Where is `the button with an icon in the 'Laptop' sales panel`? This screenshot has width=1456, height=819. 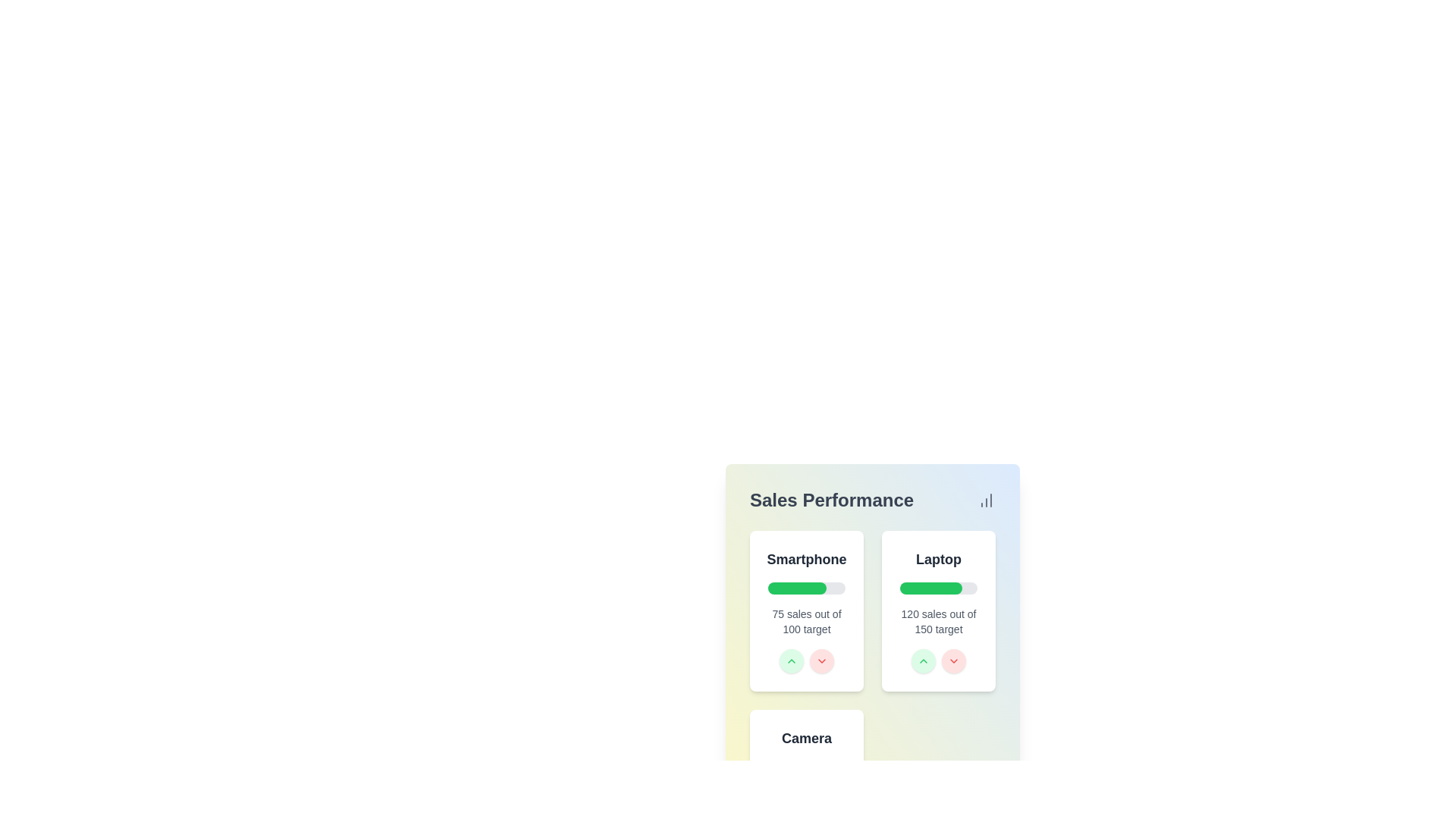
the button with an icon in the 'Laptop' sales panel is located at coordinates (923, 660).